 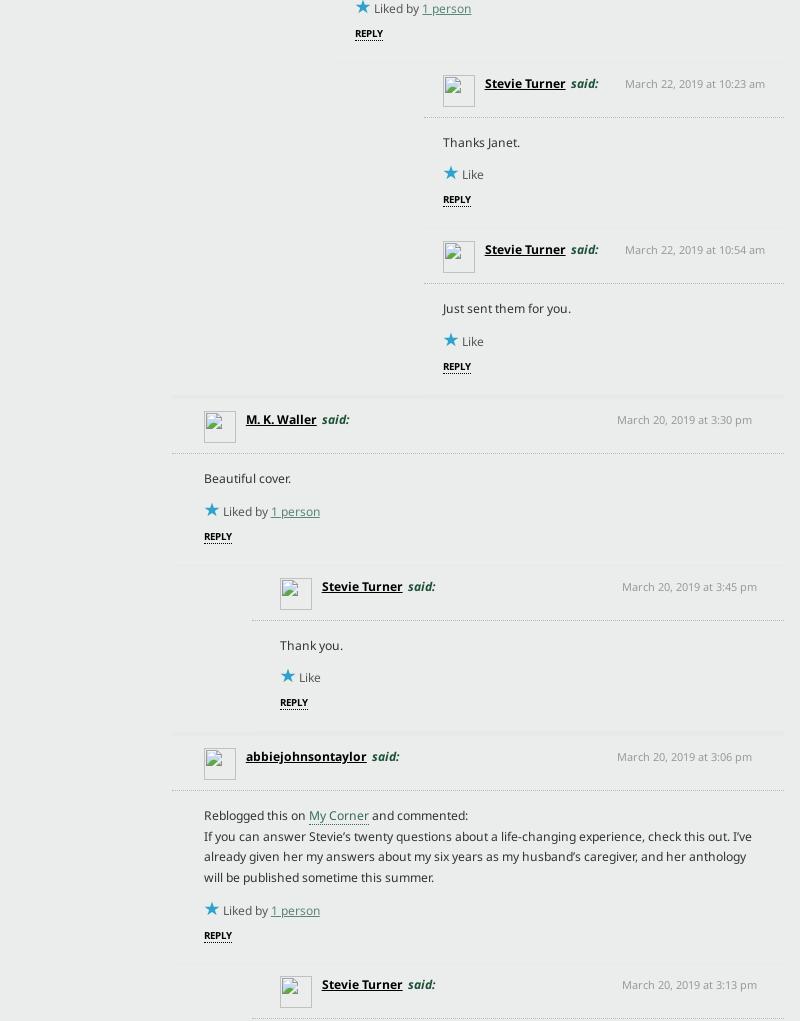 What do you see at coordinates (338, 814) in the screenshot?
I see `'My Corner'` at bounding box center [338, 814].